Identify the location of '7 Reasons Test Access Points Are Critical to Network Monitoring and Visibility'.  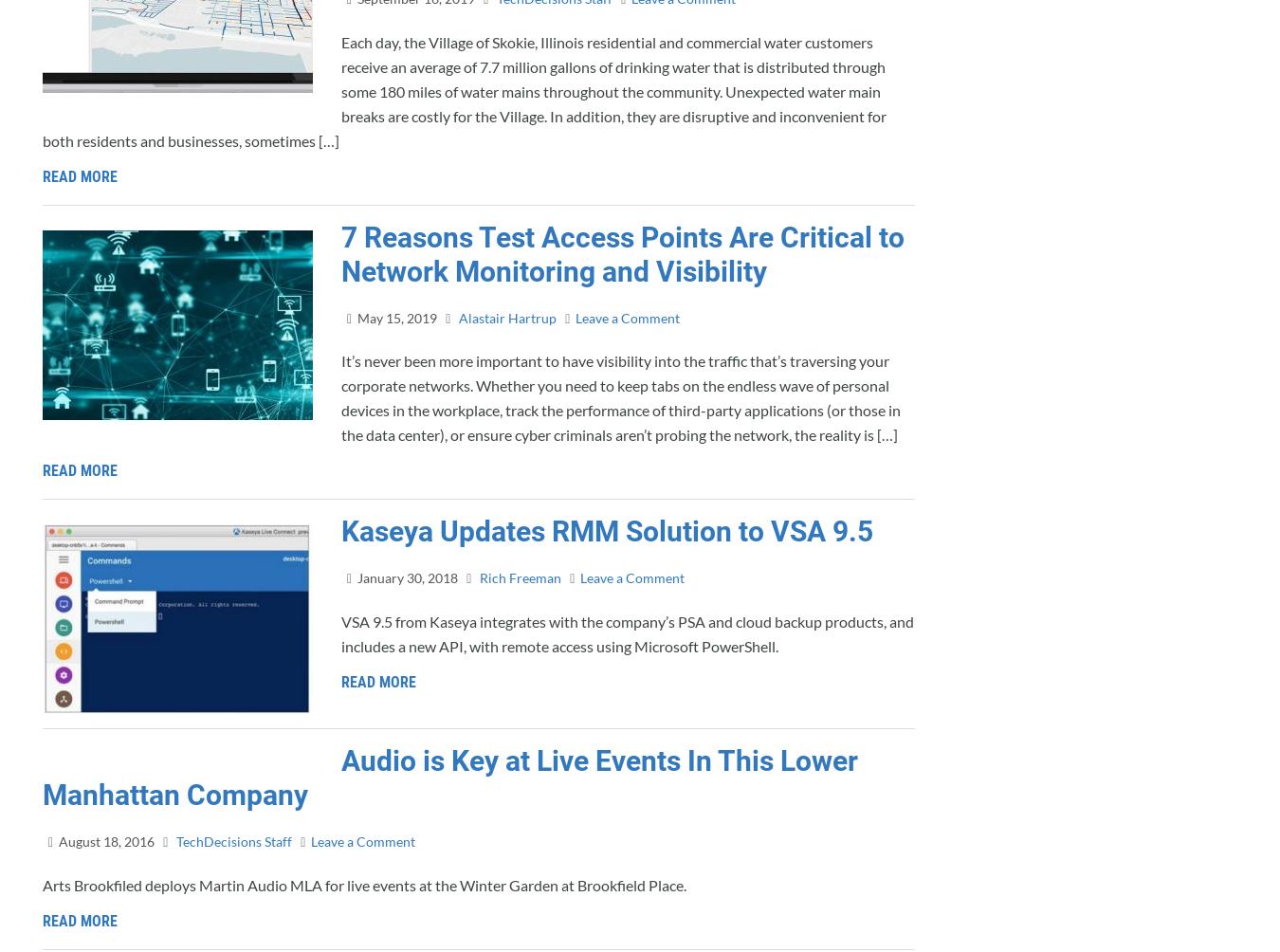
(623, 253).